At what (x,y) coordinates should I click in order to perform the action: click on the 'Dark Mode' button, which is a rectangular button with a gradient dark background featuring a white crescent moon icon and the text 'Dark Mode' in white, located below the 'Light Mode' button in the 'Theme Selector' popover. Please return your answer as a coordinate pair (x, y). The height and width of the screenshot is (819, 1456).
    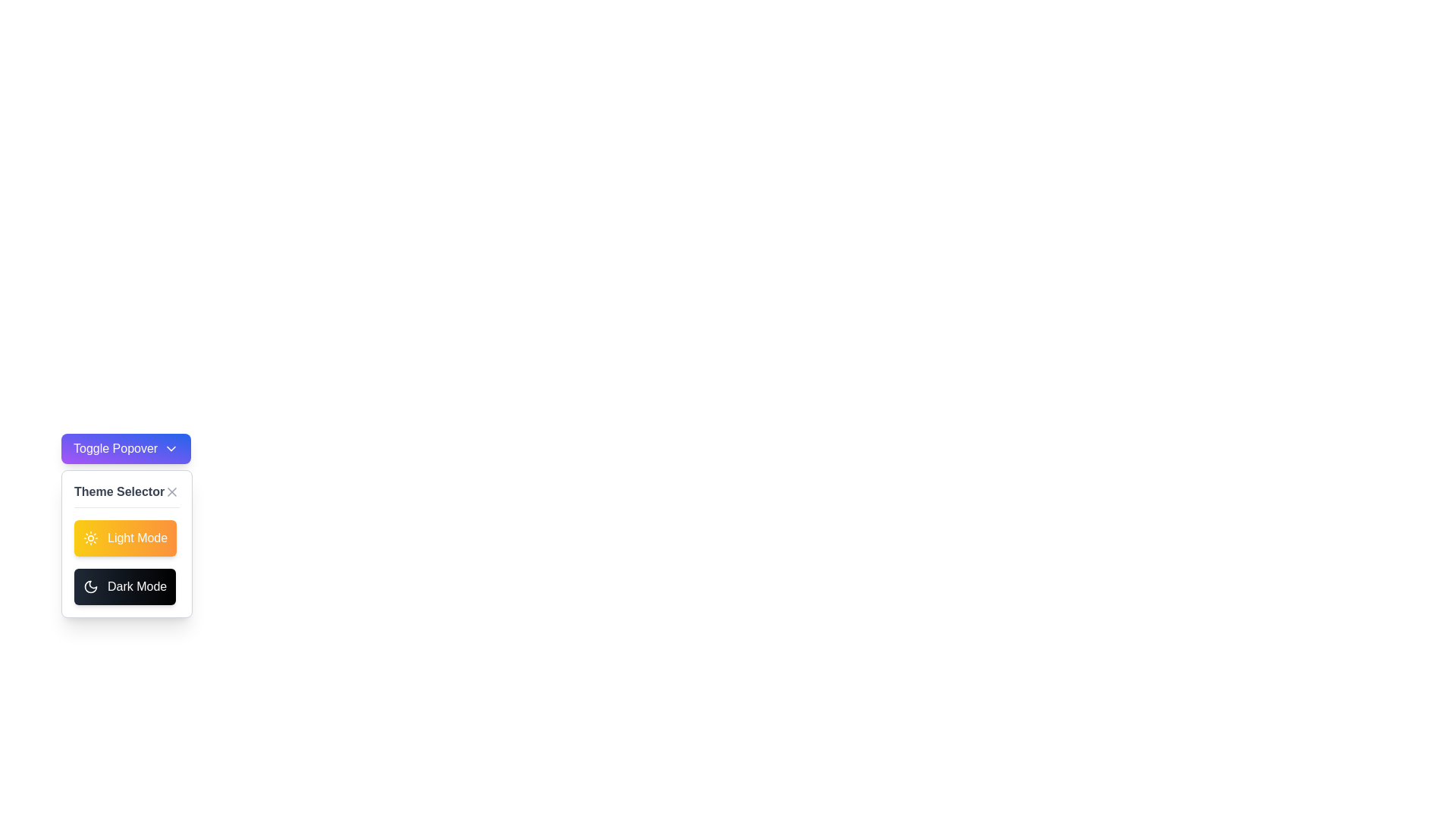
    Looking at the image, I should click on (125, 586).